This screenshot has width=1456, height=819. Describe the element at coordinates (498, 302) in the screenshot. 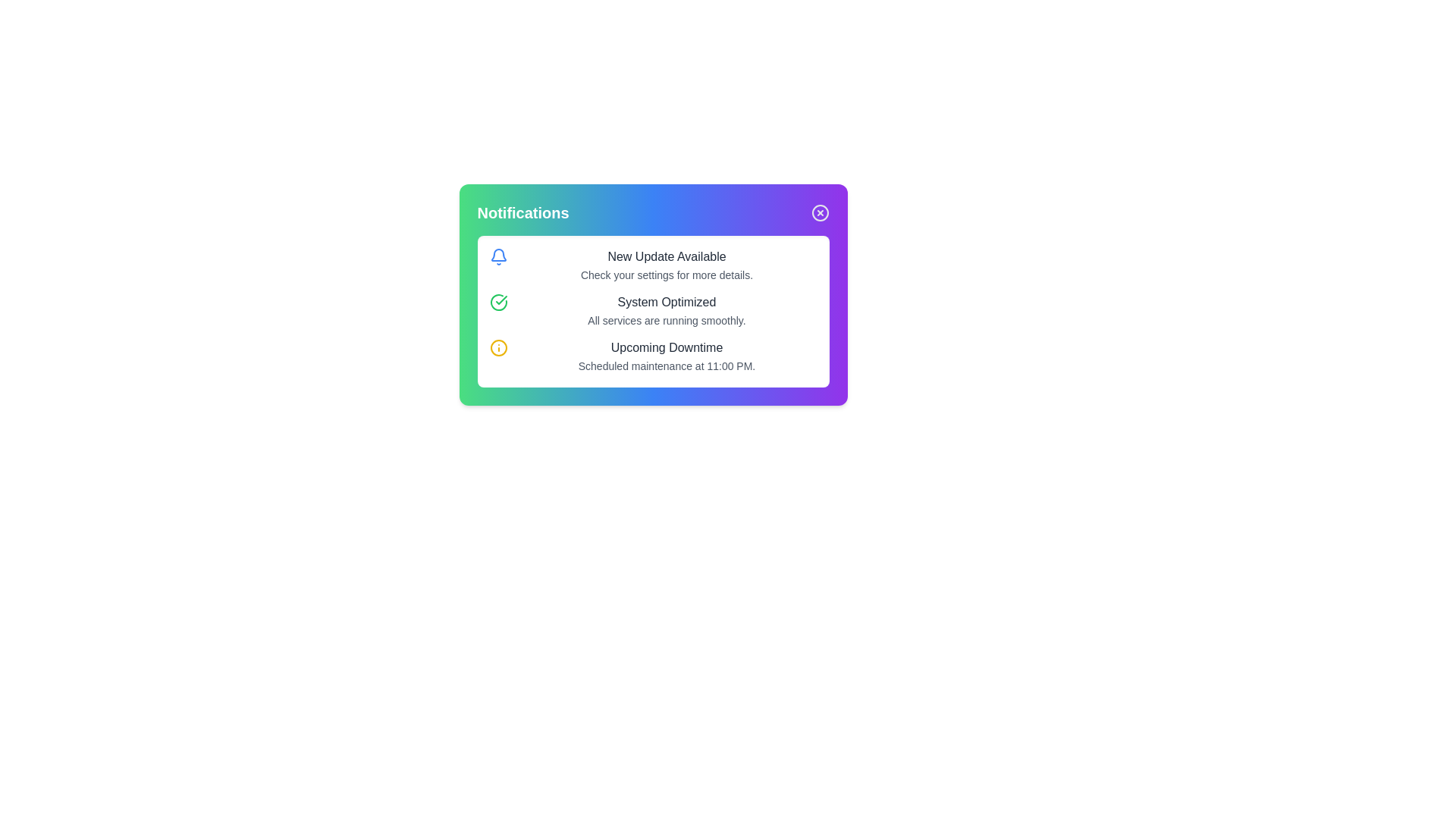

I see `the system status icon located to the left of the text block 'System Optimized - All services are running smoothly.' within the notification card` at that location.